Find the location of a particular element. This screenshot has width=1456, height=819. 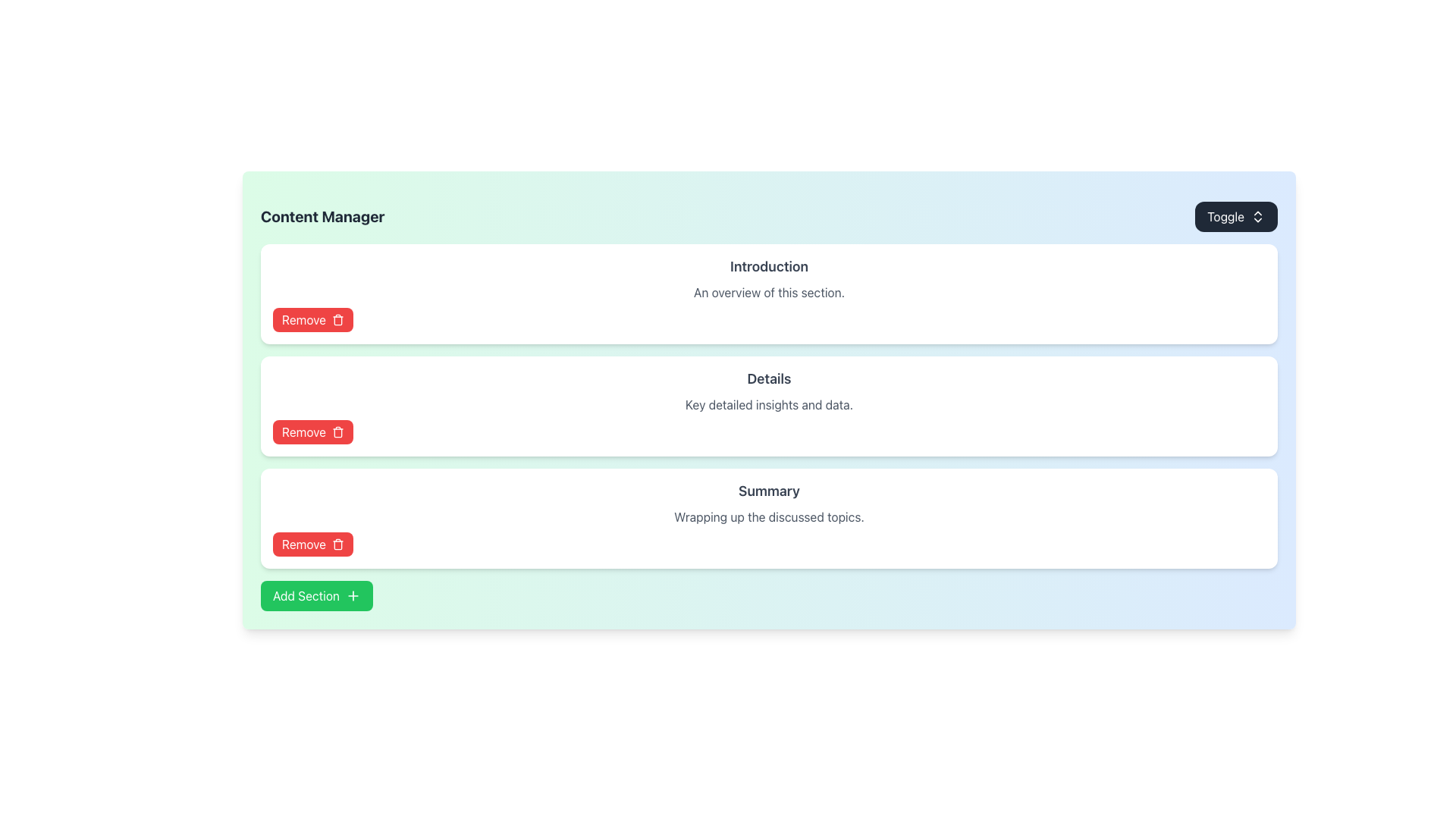

the button located at the bottom of the 'Summary' section is located at coordinates (312, 543).